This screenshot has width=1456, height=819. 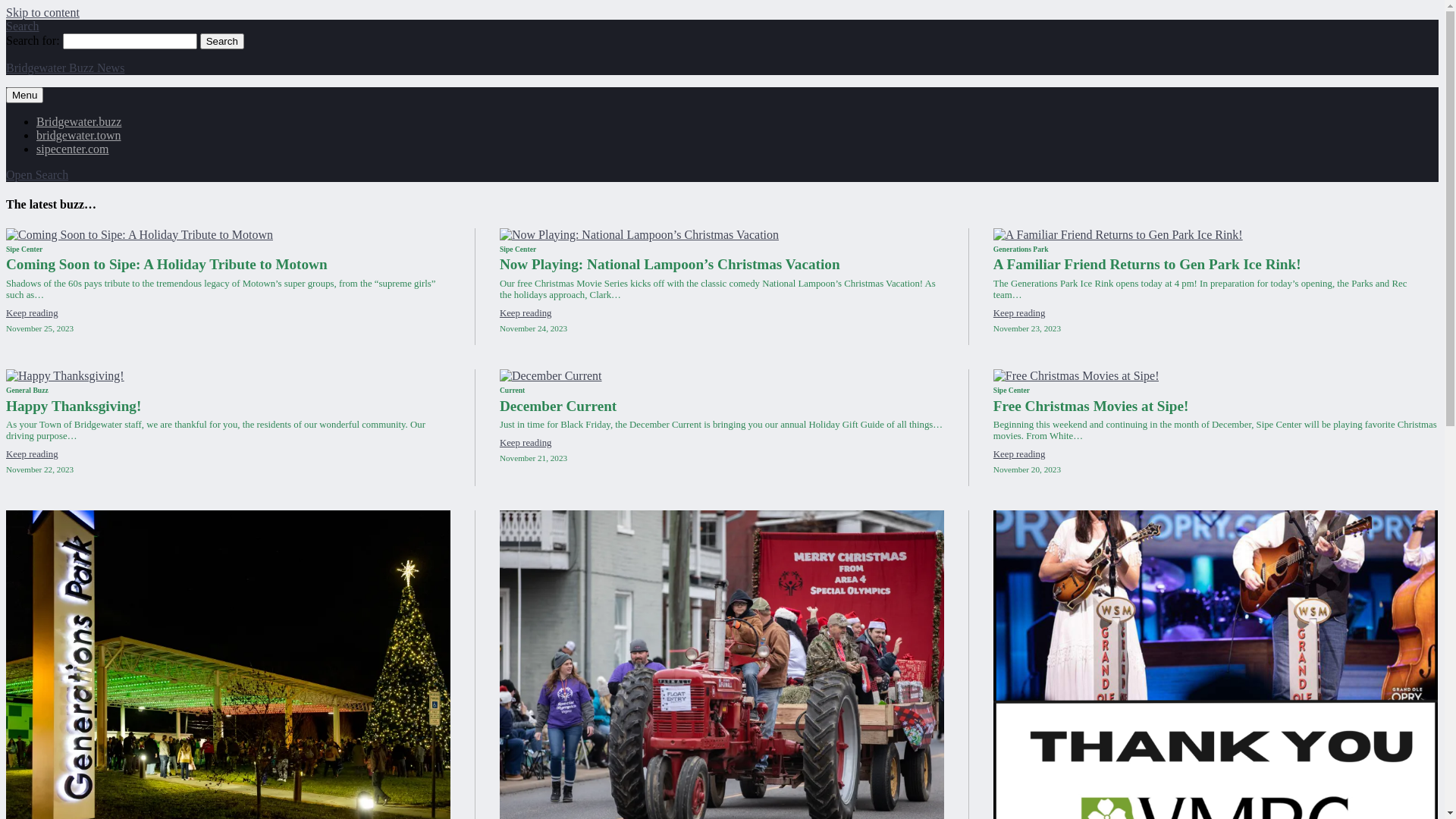 I want to click on 'Search', so click(x=199, y=40).